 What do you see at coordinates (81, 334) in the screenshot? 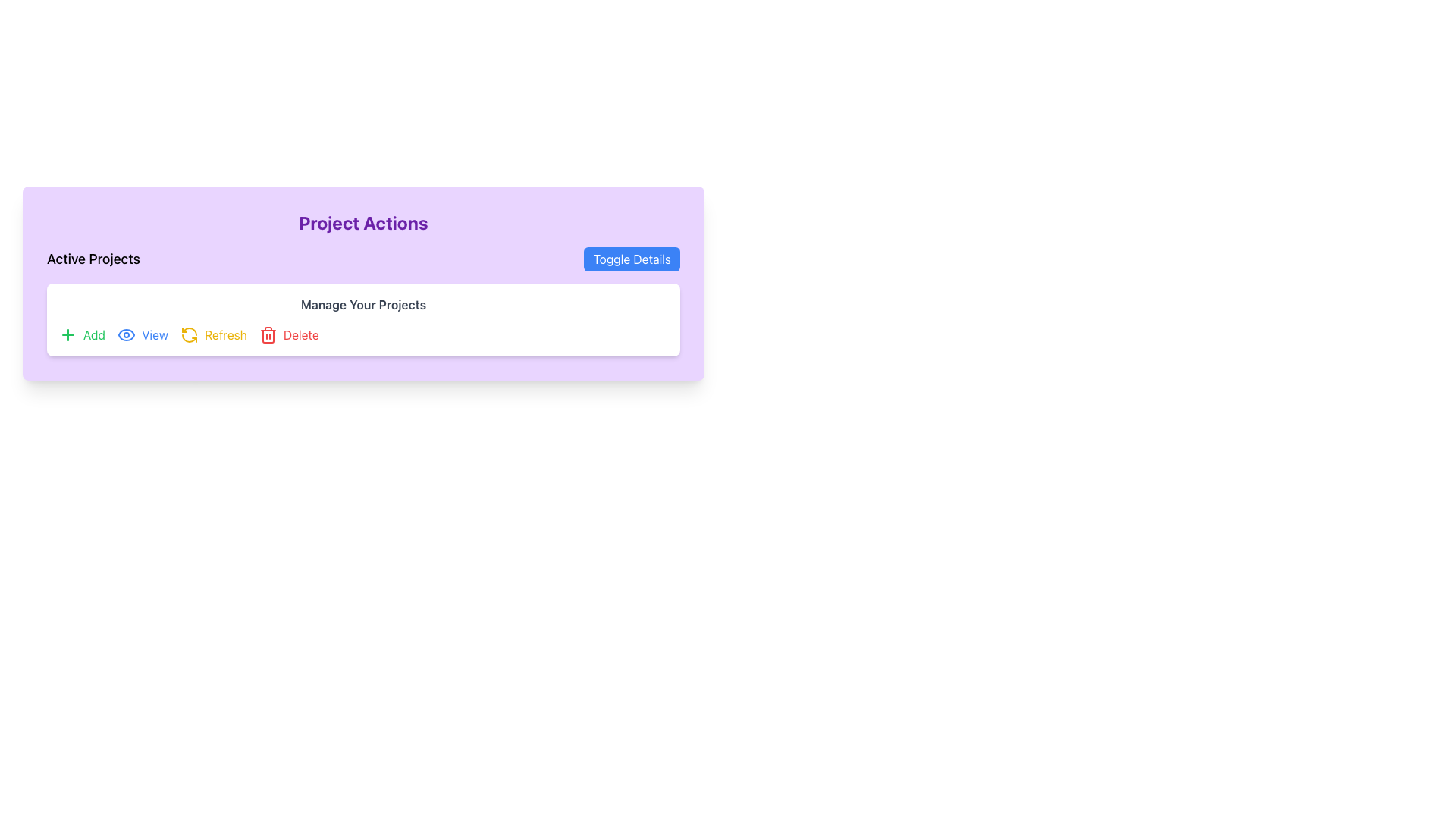
I see `the green 'Add' button with a plus icon` at bounding box center [81, 334].